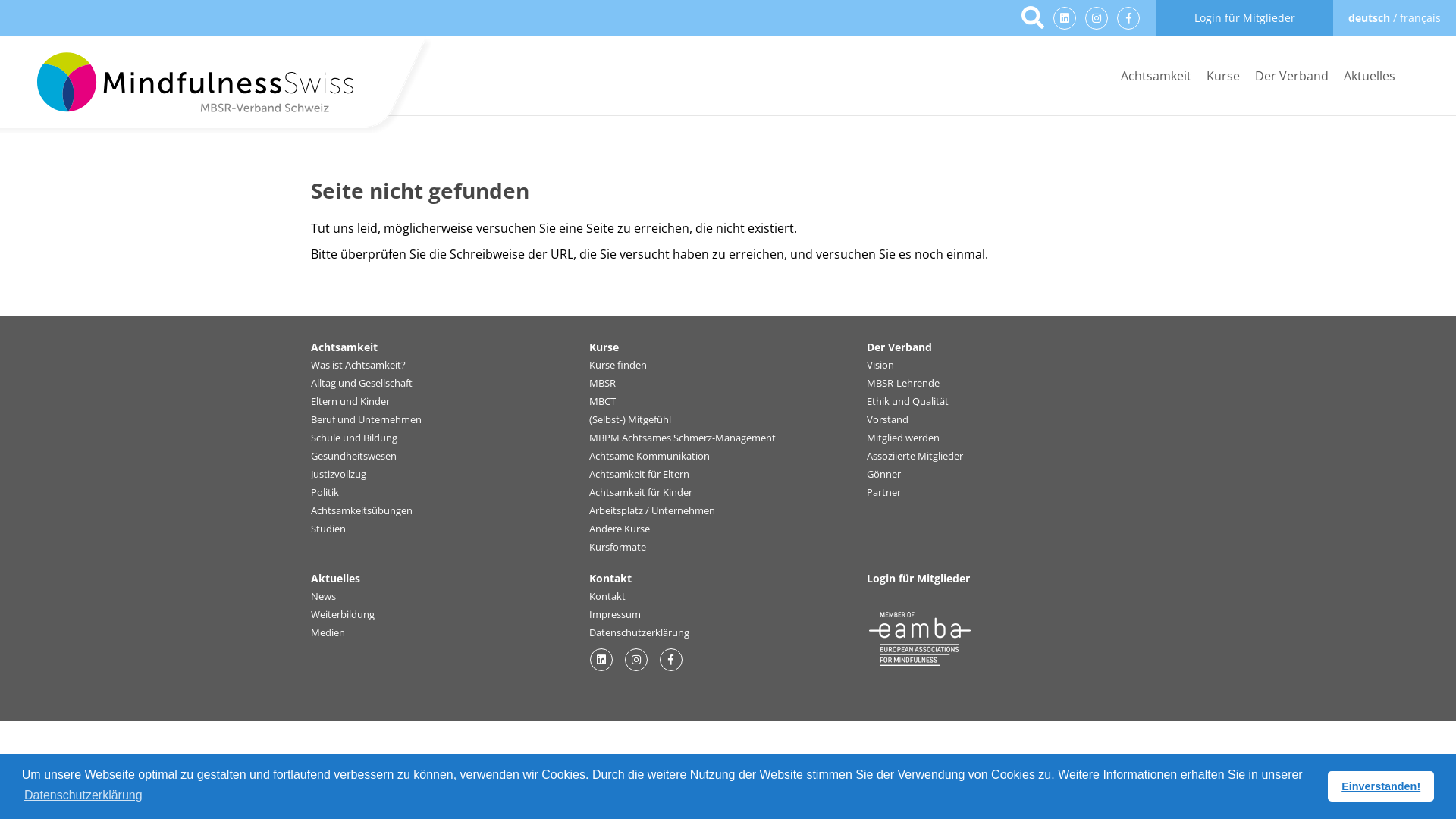 The width and height of the screenshot is (1456, 819). I want to click on 'Los', so click(1032, 18).